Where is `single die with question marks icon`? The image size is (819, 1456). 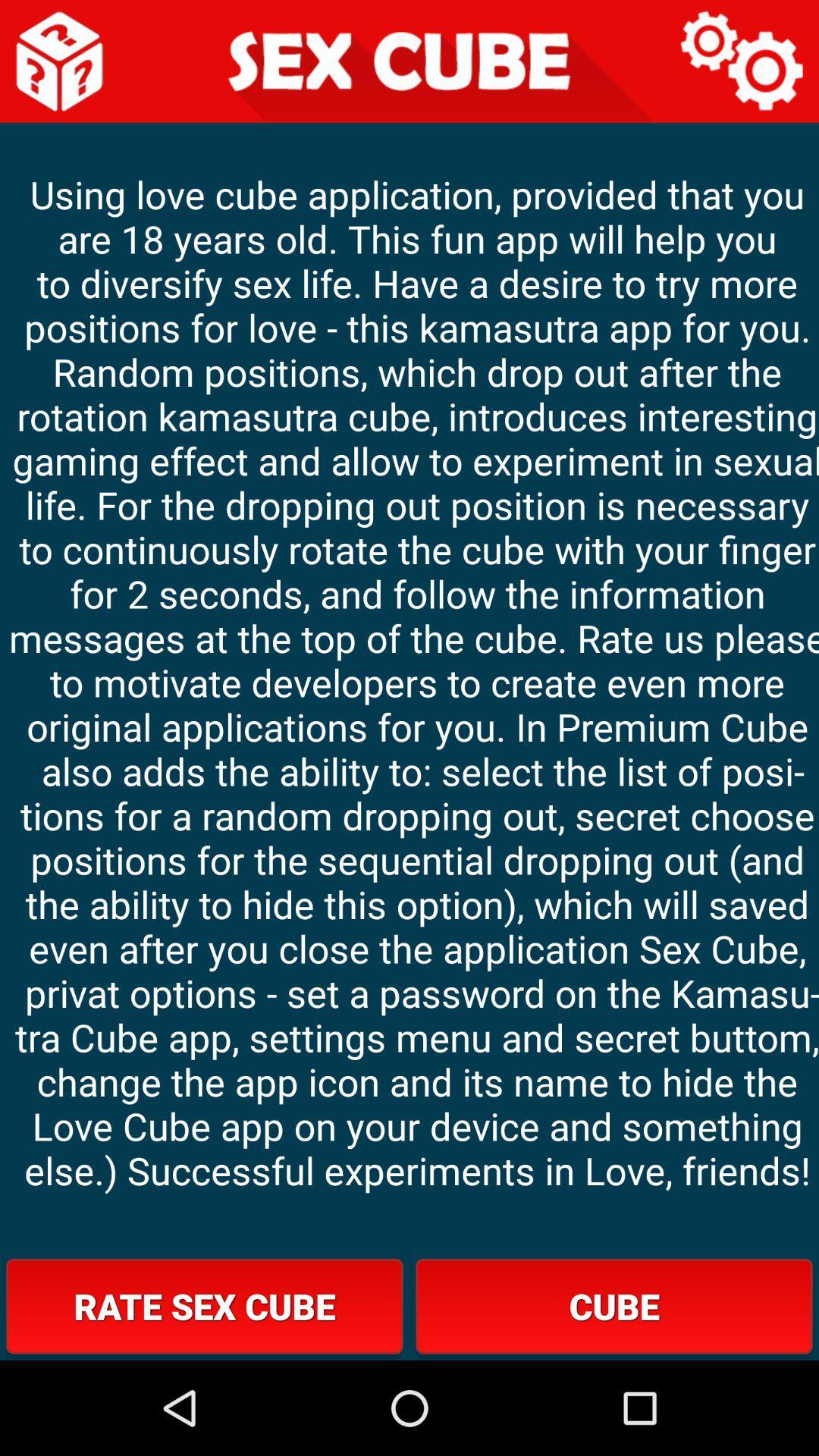 single die with question marks icon is located at coordinates (61, 61).